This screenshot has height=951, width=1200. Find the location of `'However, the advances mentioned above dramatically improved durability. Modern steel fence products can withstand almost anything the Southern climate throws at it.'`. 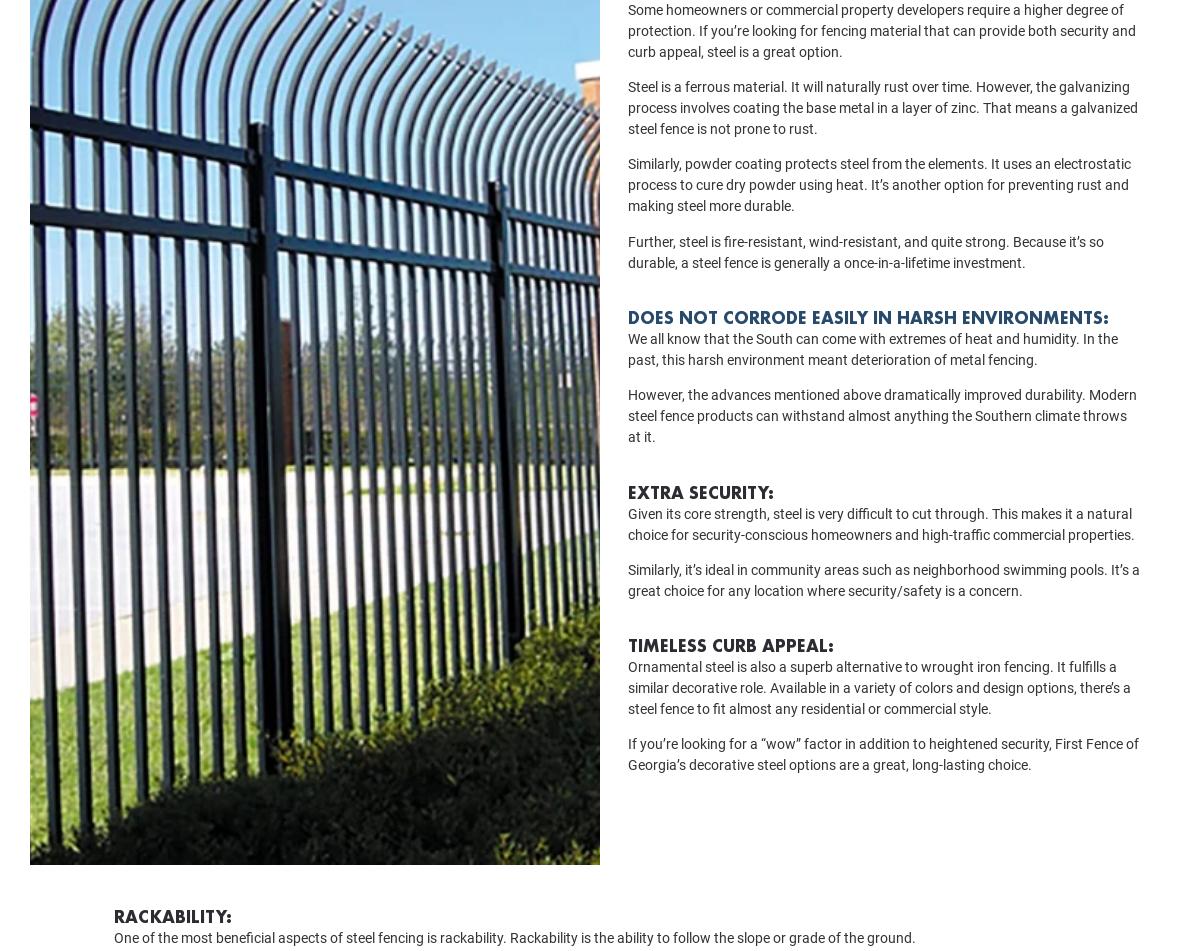

'However, the advances mentioned above dramatically improved durability. Modern steel fence products can withstand almost anything the Southern climate throws at it.' is located at coordinates (881, 444).